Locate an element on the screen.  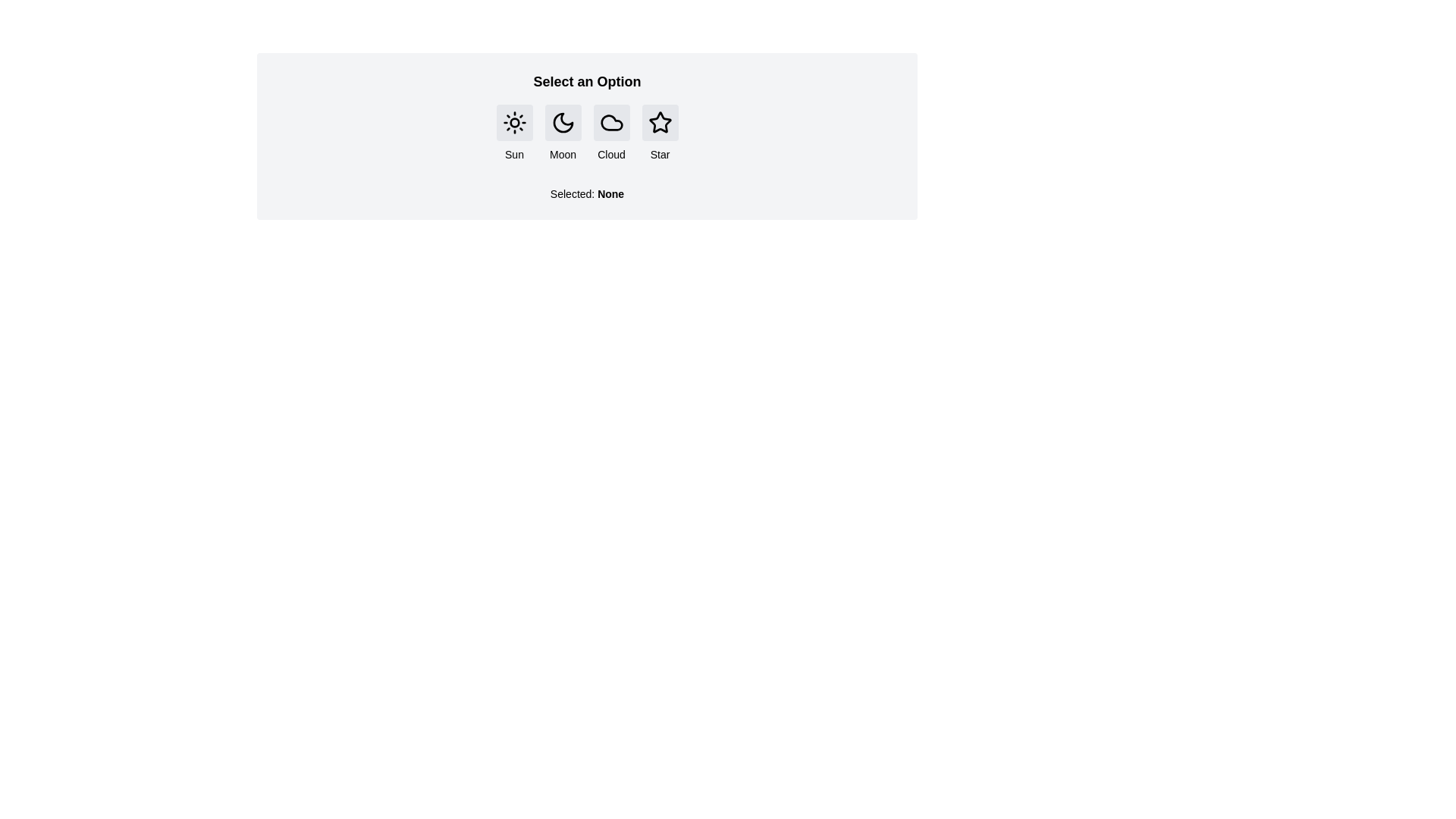
the square-shaped button with a light gray background and a black outlined star icon is located at coordinates (660, 122).